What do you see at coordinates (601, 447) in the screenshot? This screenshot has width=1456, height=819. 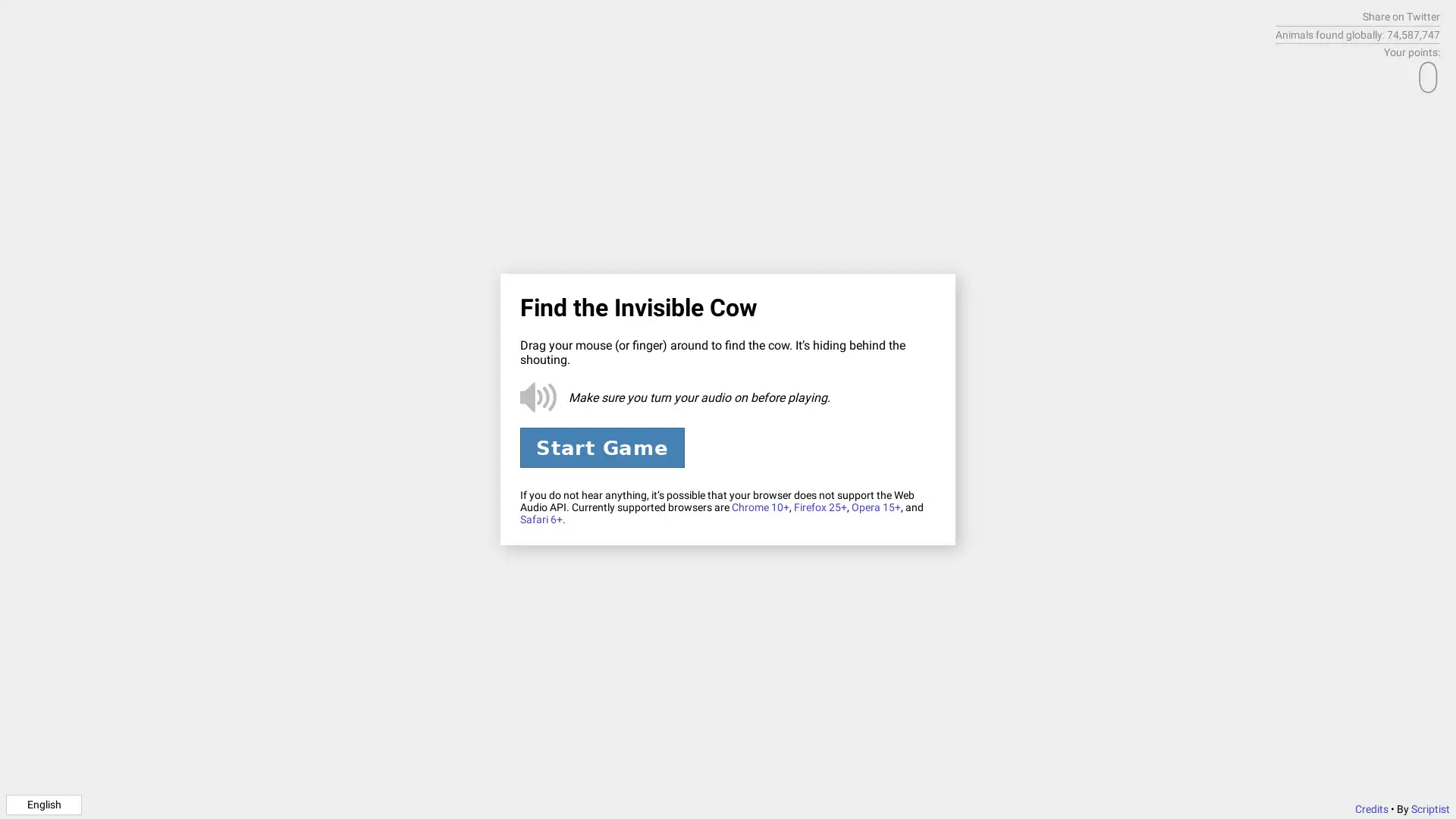 I see `Start Game` at bounding box center [601, 447].